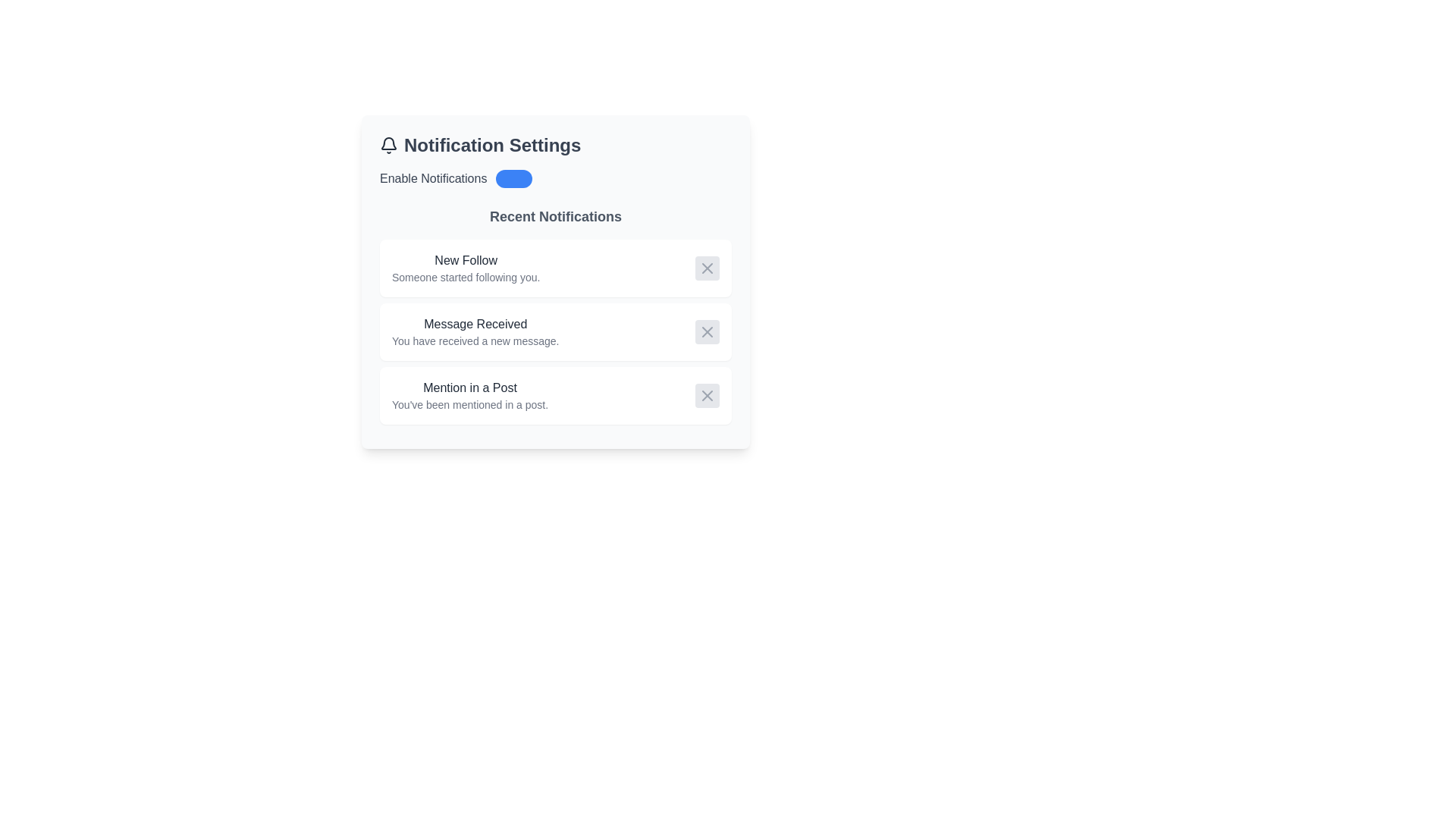 The width and height of the screenshot is (1456, 819). Describe the element at coordinates (555, 394) in the screenshot. I see `the third notification in the 'Recent Notifications' section, which informs the user about being mentioned in a post` at that location.